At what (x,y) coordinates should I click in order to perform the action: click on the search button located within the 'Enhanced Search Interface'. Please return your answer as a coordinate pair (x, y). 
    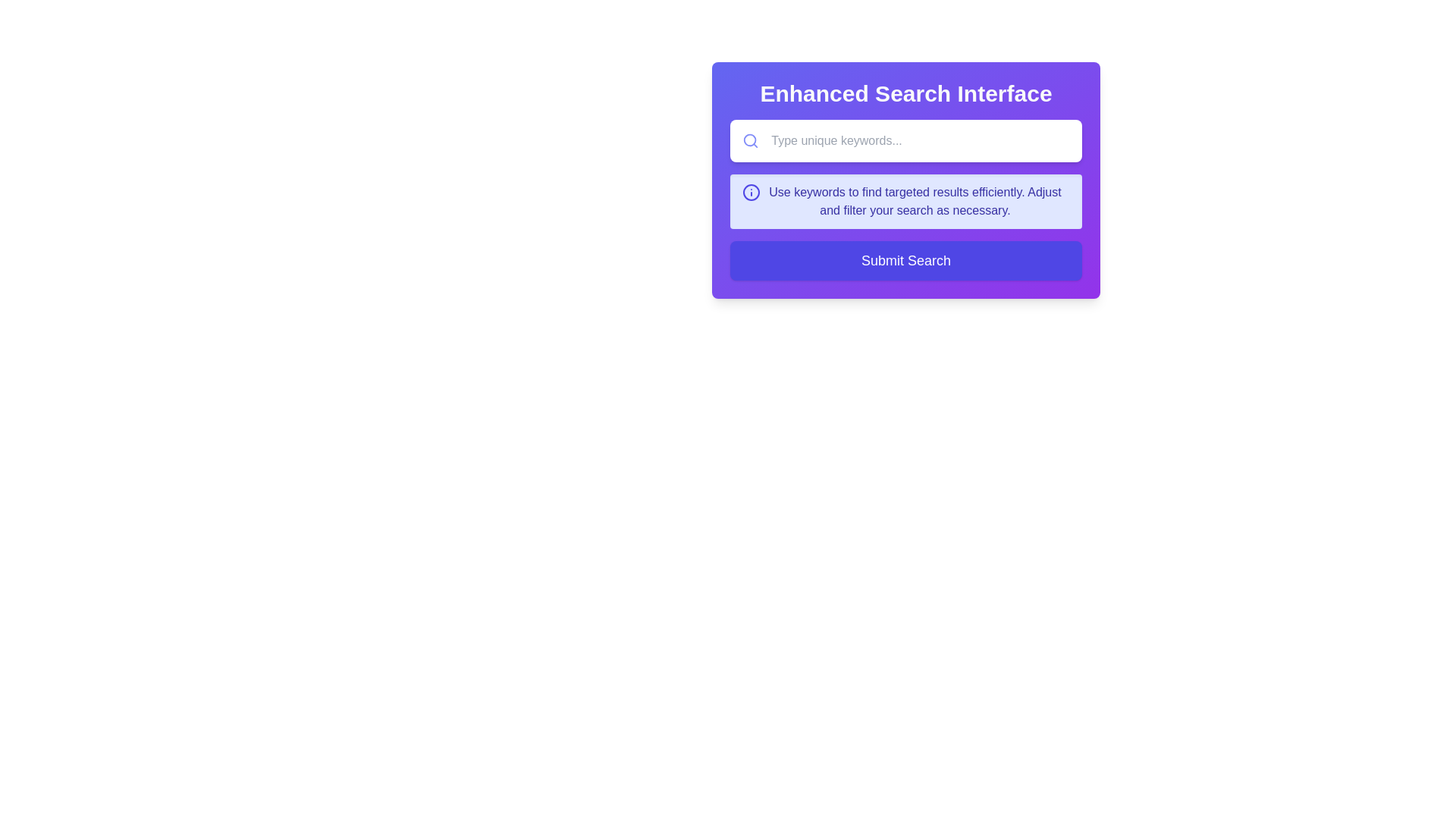
    Looking at the image, I should click on (906, 259).